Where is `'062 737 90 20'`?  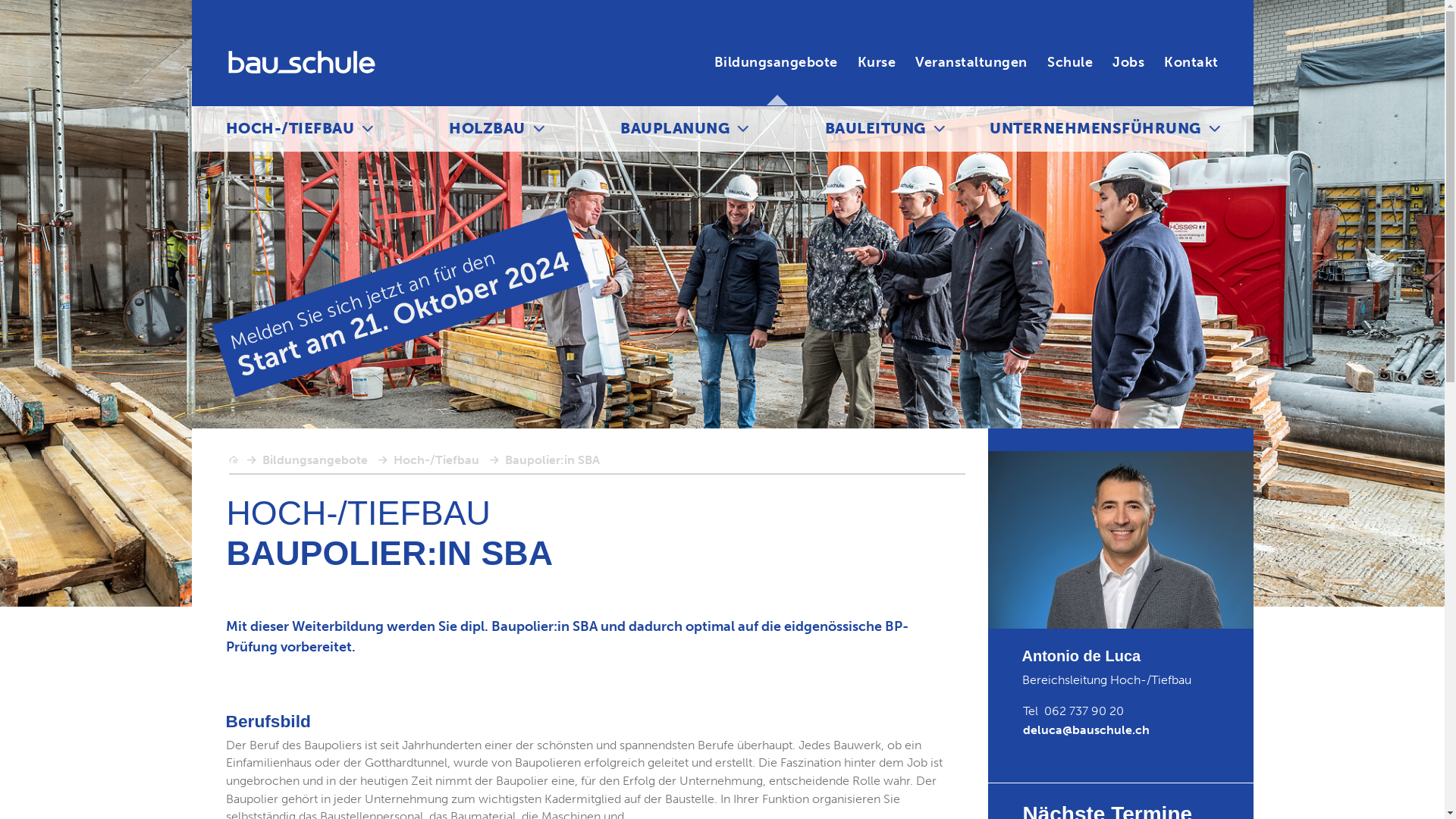 '062 737 90 20' is located at coordinates (1083, 711).